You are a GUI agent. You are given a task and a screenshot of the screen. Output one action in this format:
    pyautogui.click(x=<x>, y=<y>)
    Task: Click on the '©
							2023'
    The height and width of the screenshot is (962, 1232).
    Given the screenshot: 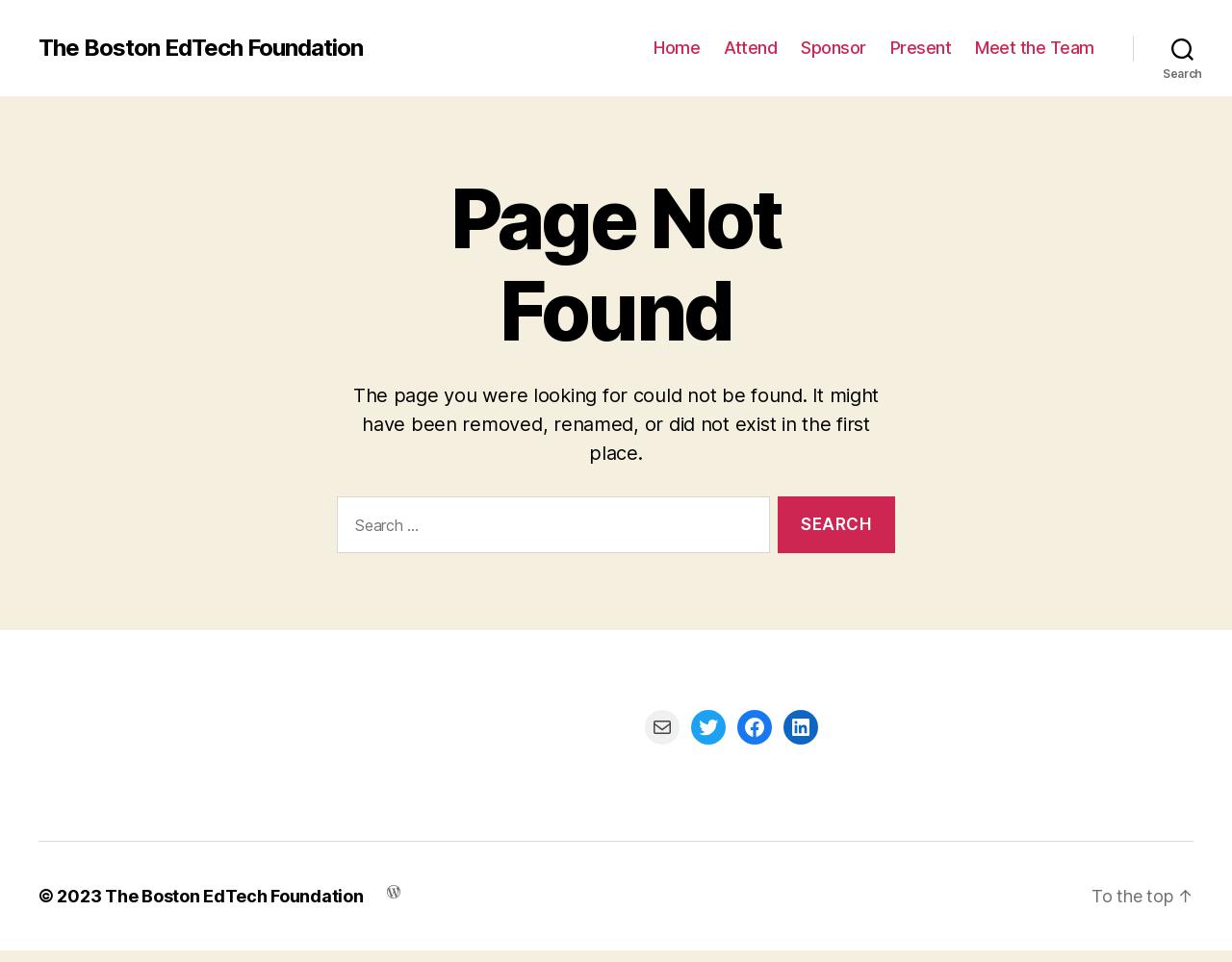 What is the action you would take?
    pyautogui.click(x=38, y=895)
    